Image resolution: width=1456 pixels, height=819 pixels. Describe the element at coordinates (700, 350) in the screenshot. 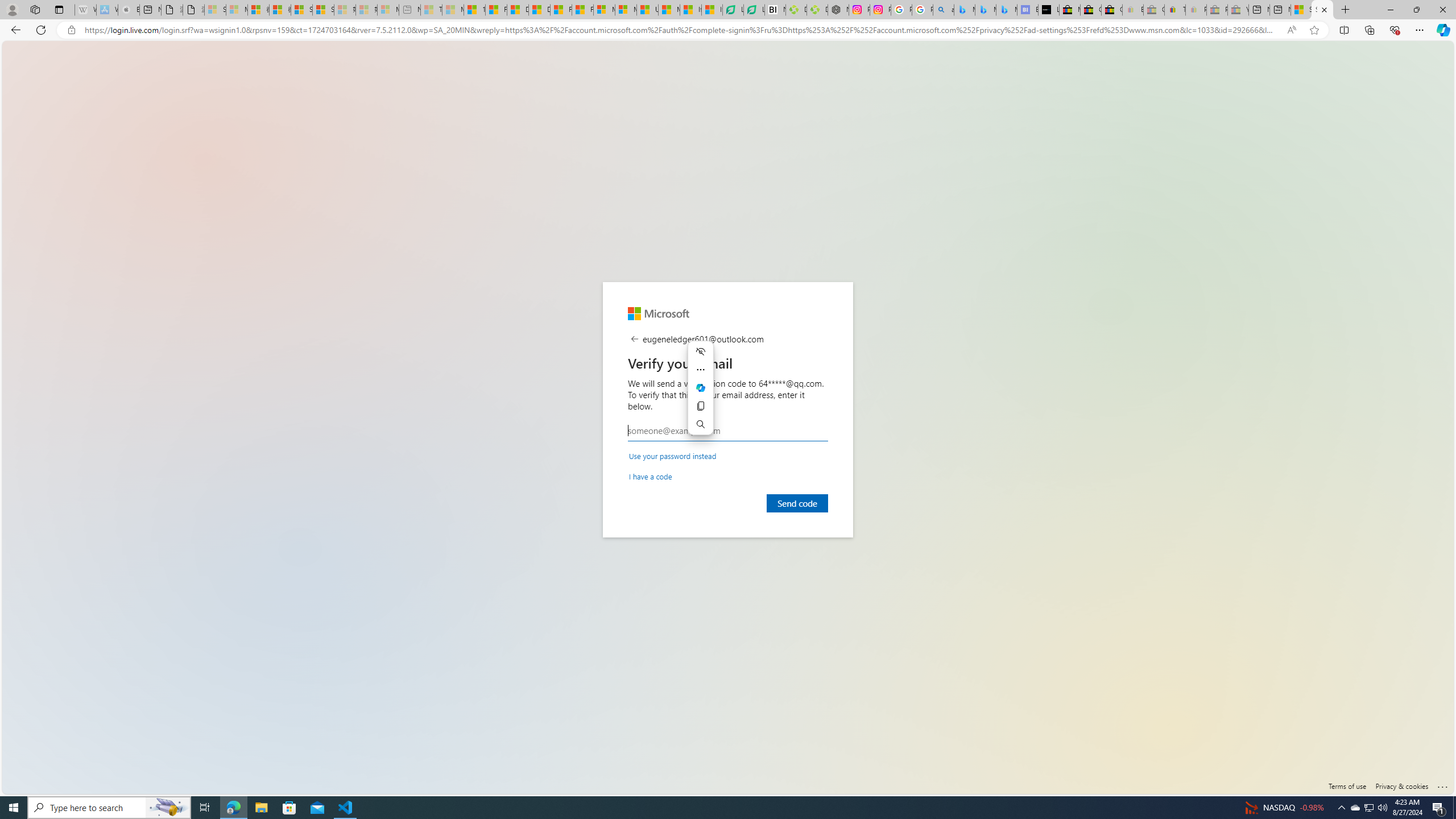

I see `'Hide menu'` at that location.